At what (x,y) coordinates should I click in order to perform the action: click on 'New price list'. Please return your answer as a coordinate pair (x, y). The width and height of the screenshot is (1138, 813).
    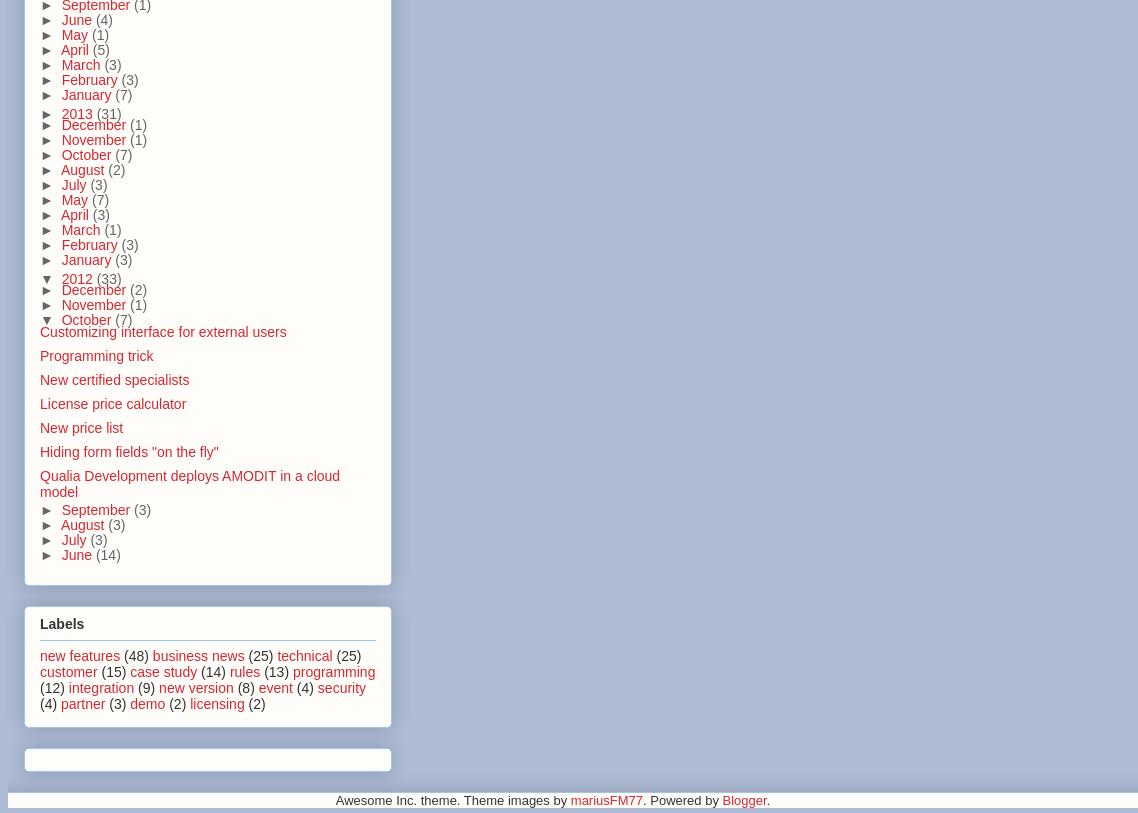
    Looking at the image, I should click on (39, 426).